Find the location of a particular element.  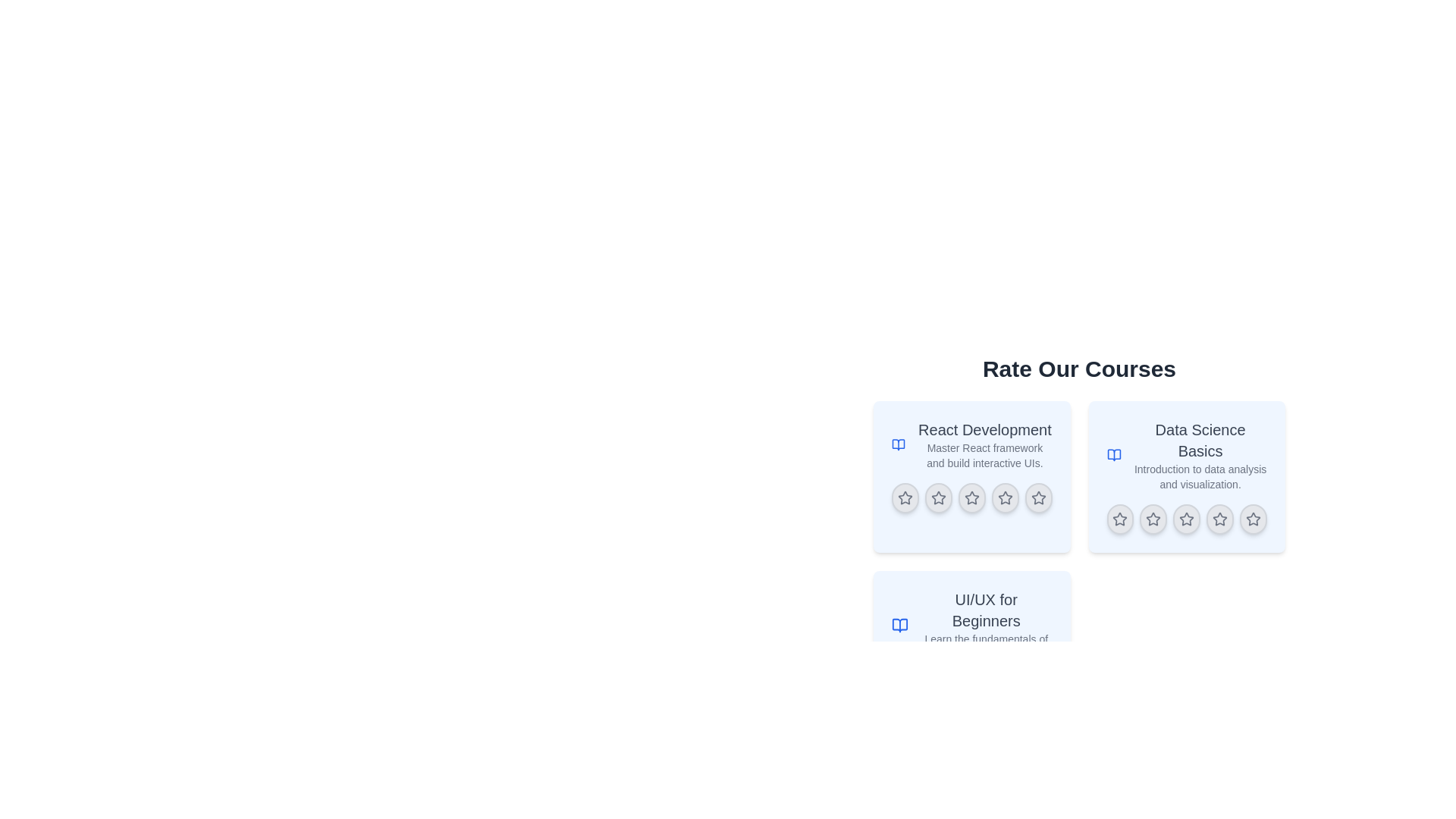

text element that displays 'Master React framework and build interactive UIs.' located below the header 'React Development' is located at coordinates (984, 455).